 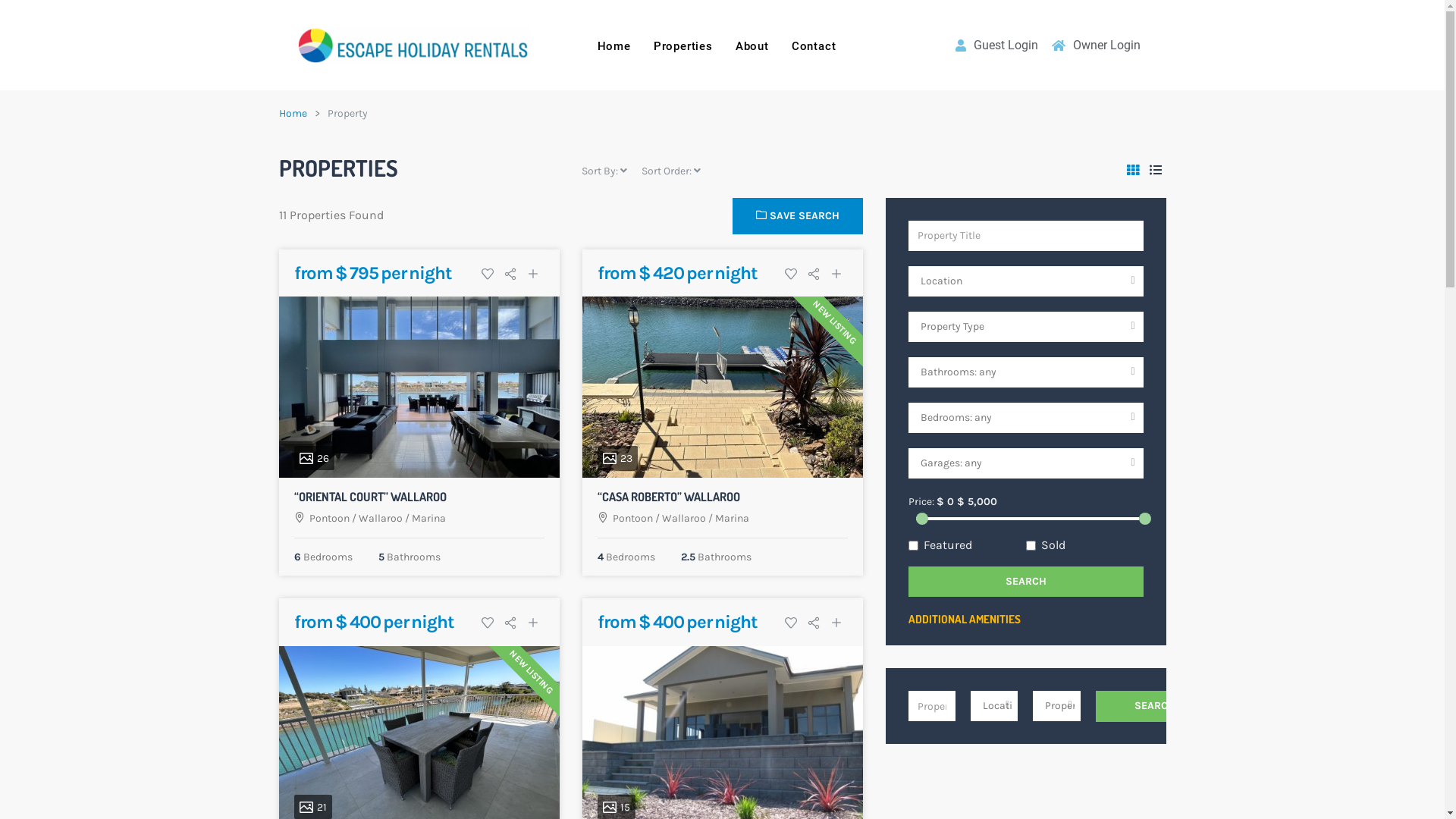 I want to click on 'Properties', so click(x=682, y=45).